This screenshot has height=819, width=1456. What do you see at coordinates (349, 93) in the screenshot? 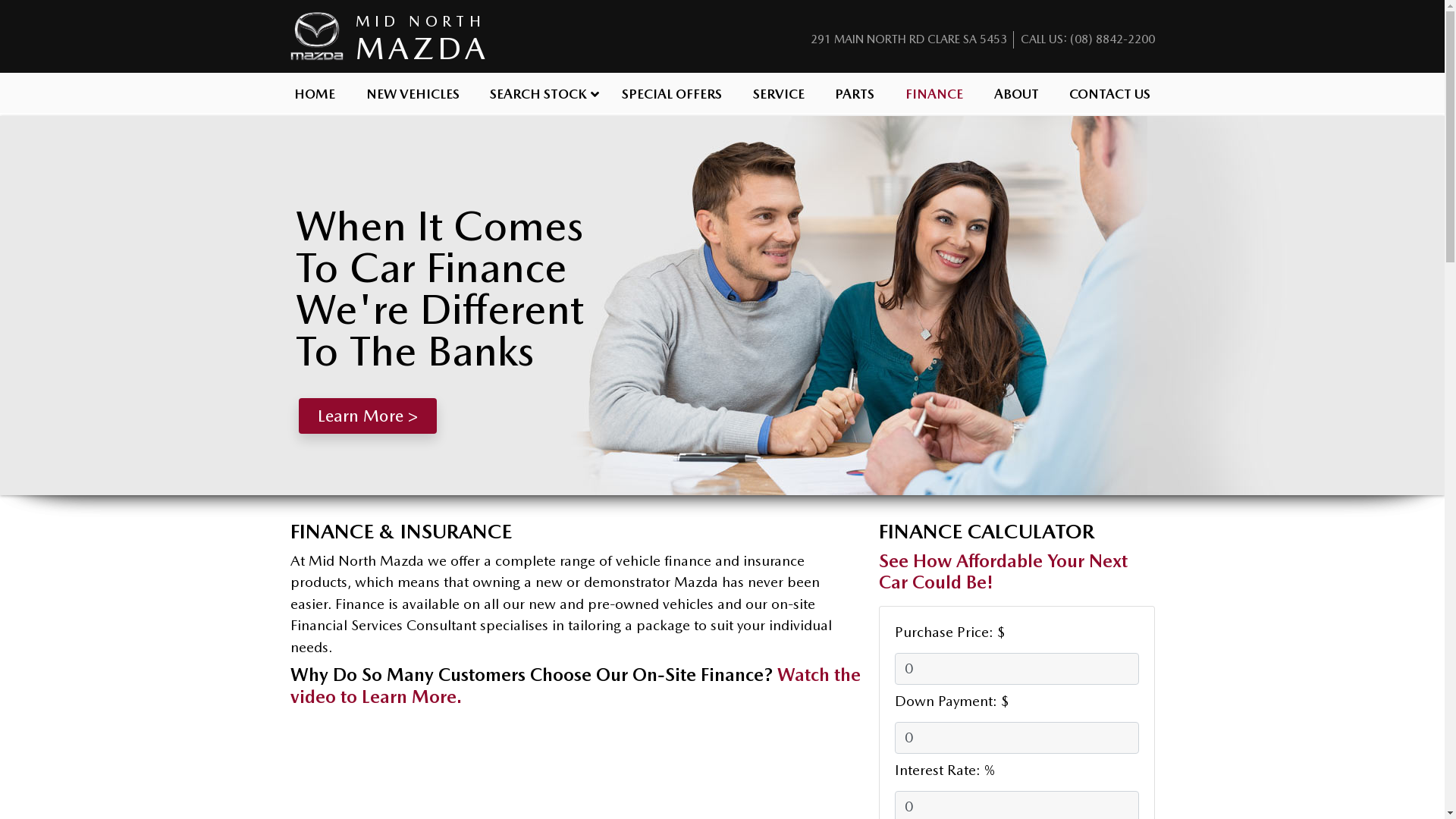
I see `'NEW VEHICLES'` at bounding box center [349, 93].